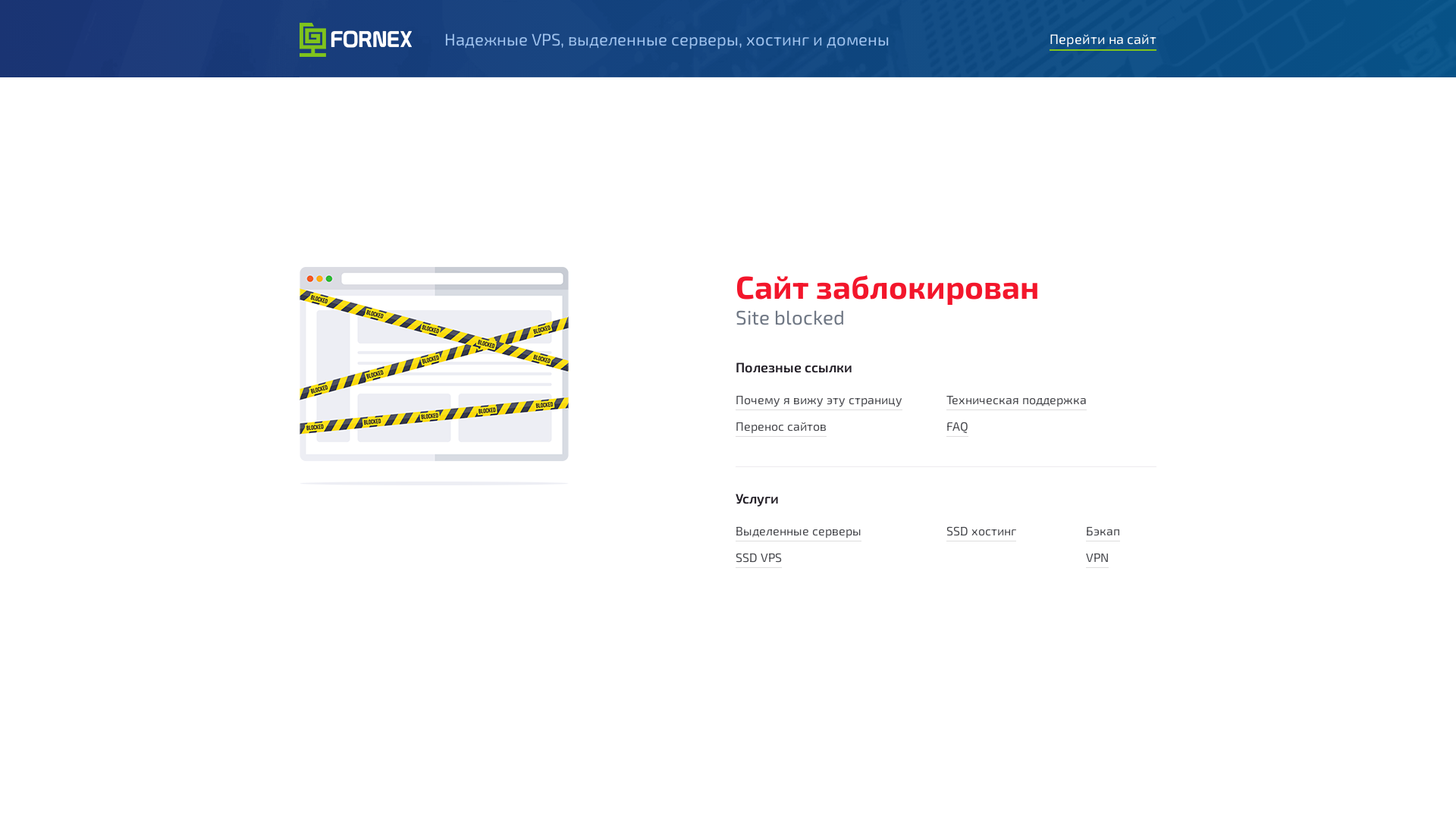  Describe the element at coordinates (758, 558) in the screenshot. I see `'SSD VPS'` at that location.